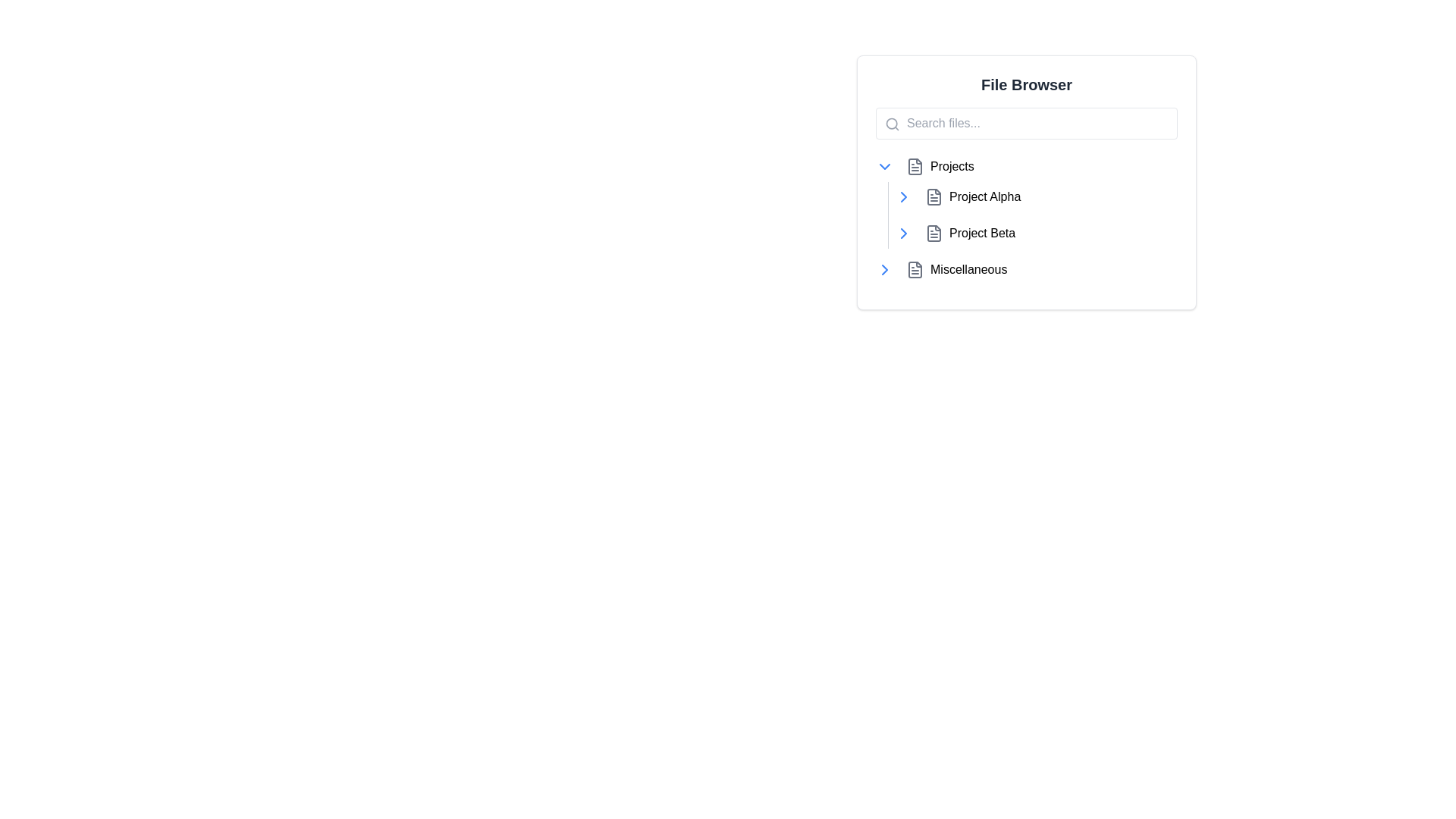 The width and height of the screenshot is (1456, 819). Describe the element at coordinates (892, 123) in the screenshot. I see `the circular SVG icon element representing the magnifying glass in the search bar of the file browser interface` at that location.